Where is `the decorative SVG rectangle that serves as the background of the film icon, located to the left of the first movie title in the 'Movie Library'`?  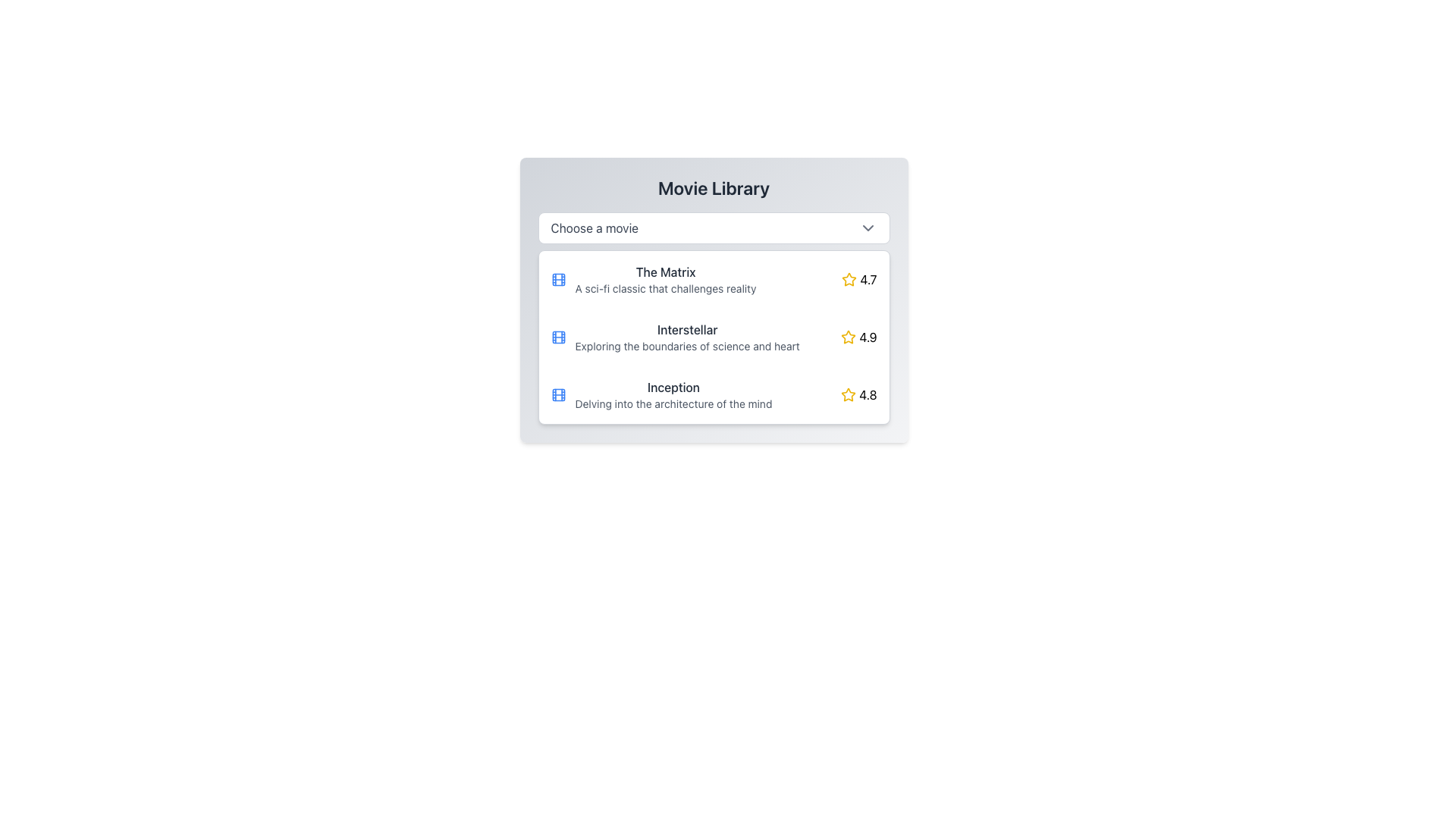 the decorative SVG rectangle that serves as the background of the film icon, located to the left of the first movie title in the 'Movie Library' is located at coordinates (557, 394).